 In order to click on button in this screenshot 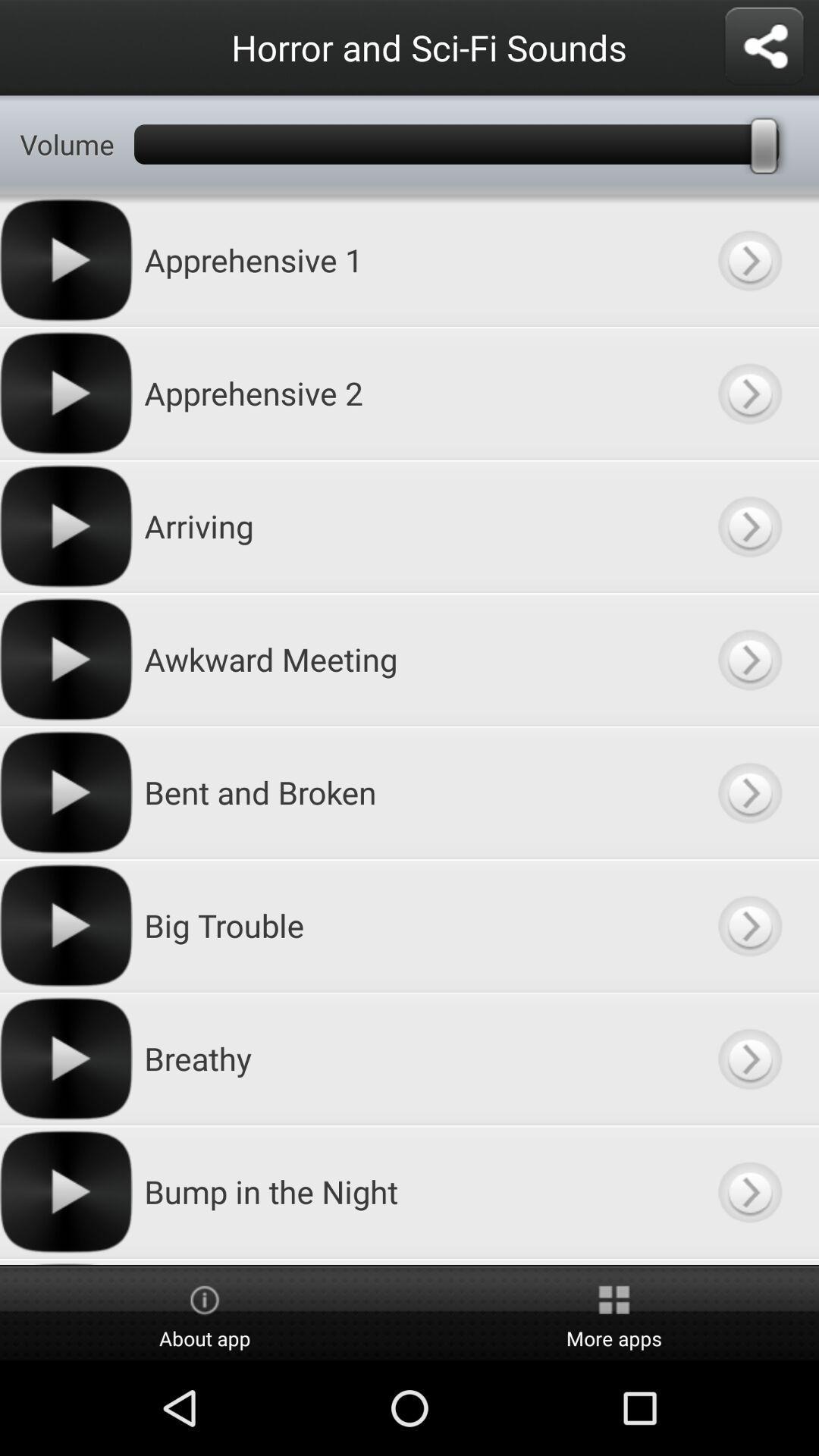, I will do `click(748, 1191)`.